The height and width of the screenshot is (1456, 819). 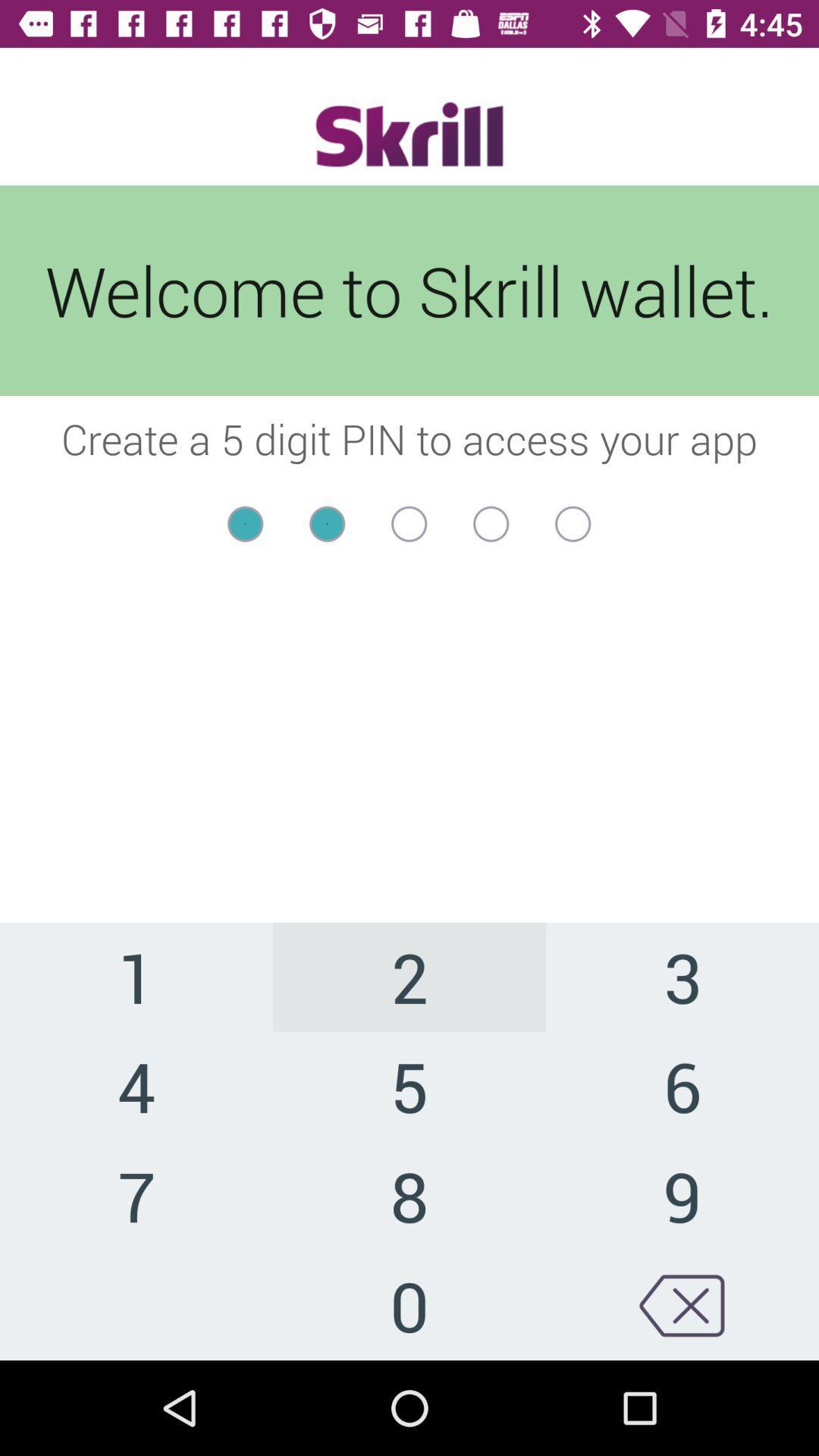 What do you see at coordinates (408, 524) in the screenshot?
I see `next pin number` at bounding box center [408, 524].